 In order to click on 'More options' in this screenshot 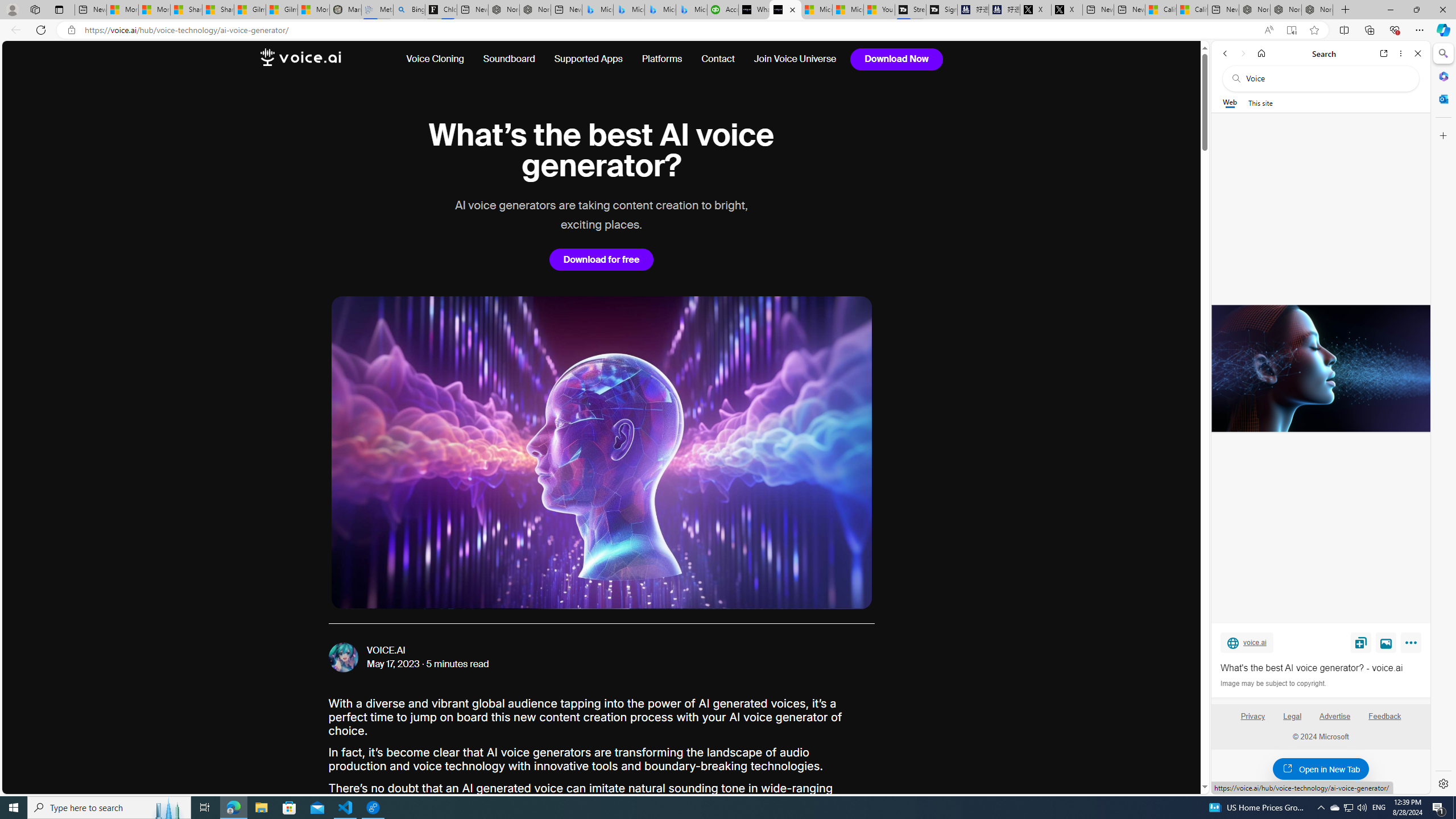, I will do `click(1401, 53)`.